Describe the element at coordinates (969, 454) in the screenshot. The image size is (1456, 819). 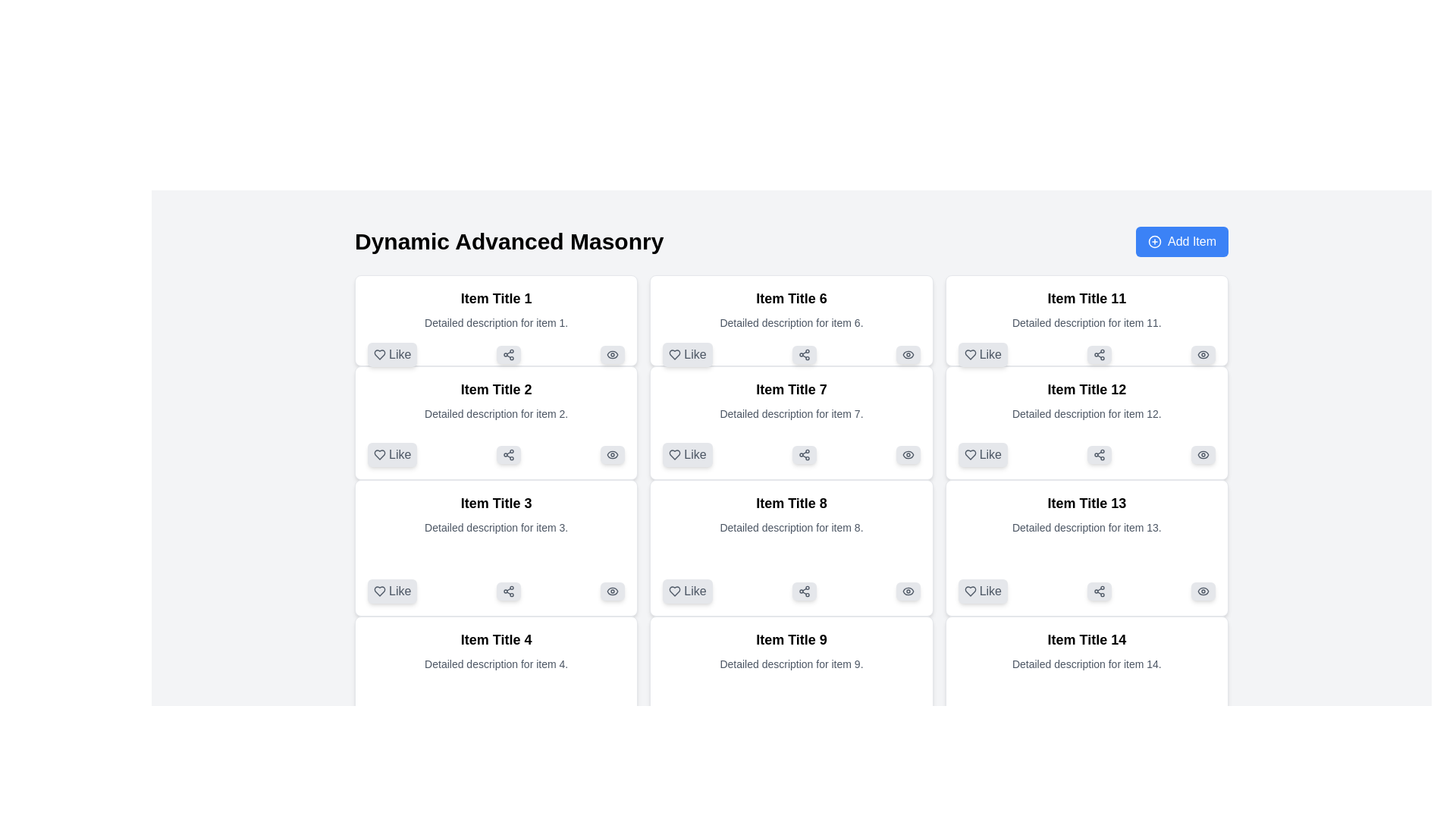
I see `the tooltip for the heart-shaped icon used for liking or favoriting an item titled 'Item Title 12'` at that location.